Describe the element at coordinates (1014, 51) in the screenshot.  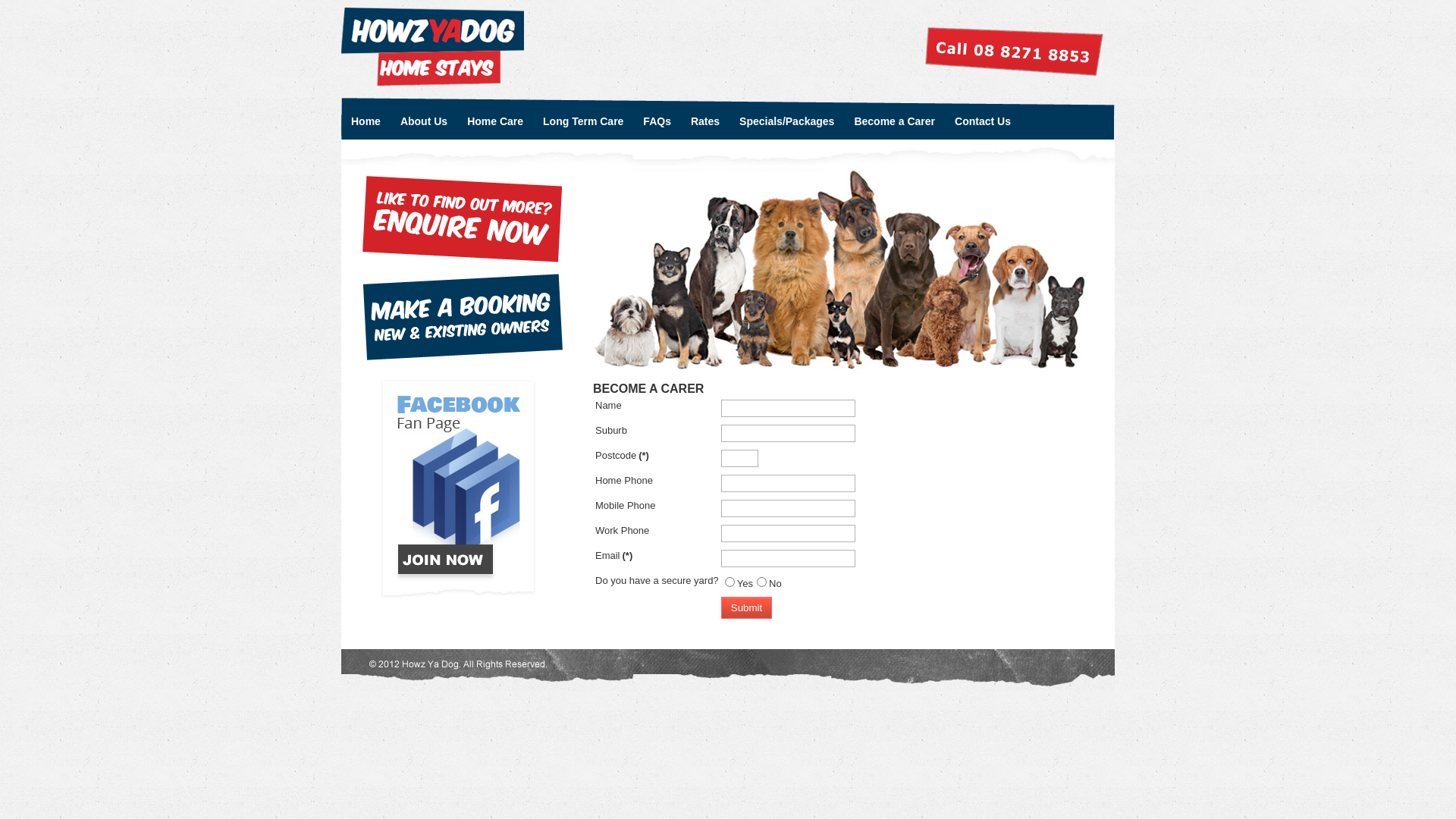
I see `'Call - 08 8271 8853'` at that location.